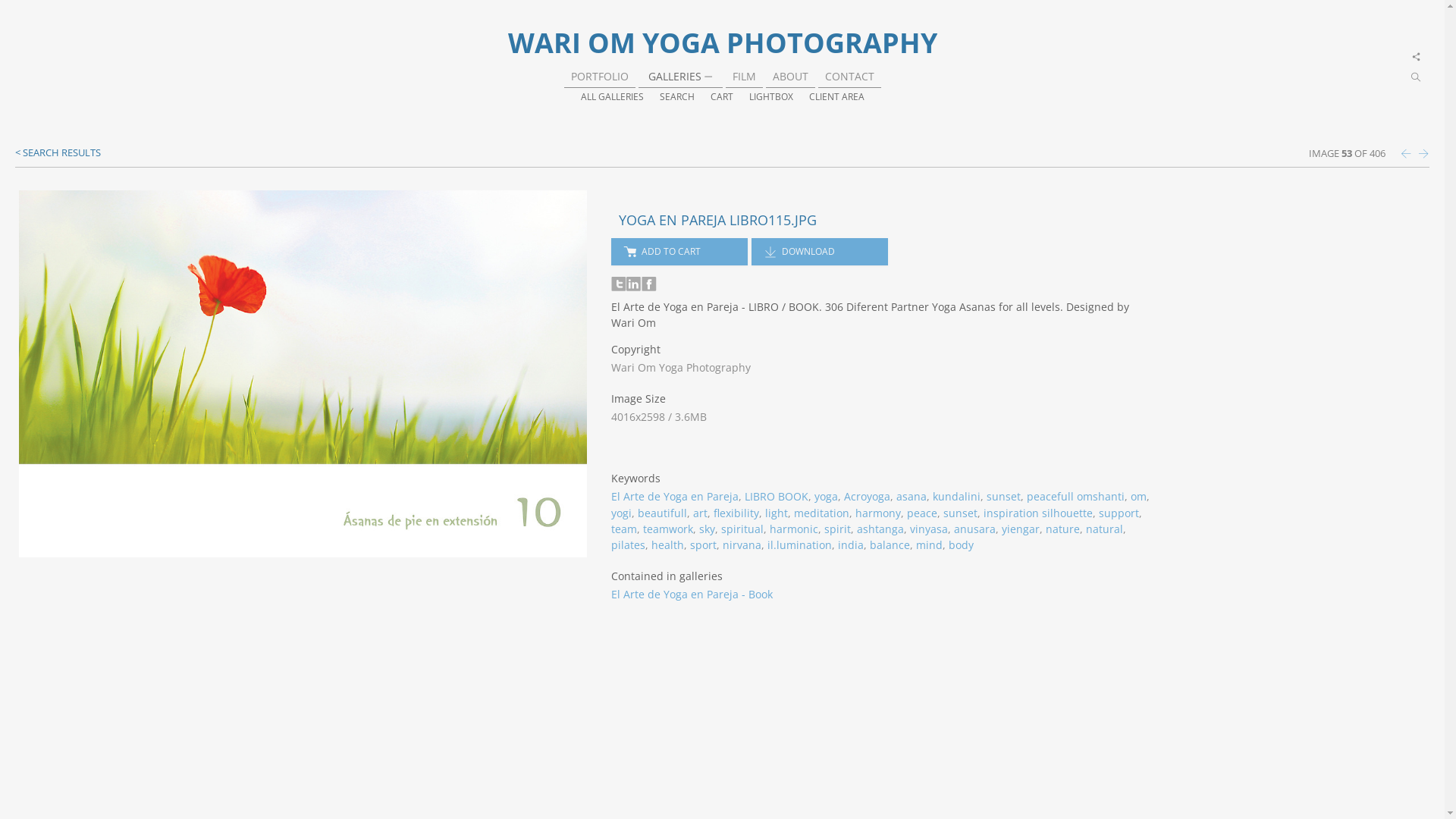  I want to click on 'balance', so click(870, 544).